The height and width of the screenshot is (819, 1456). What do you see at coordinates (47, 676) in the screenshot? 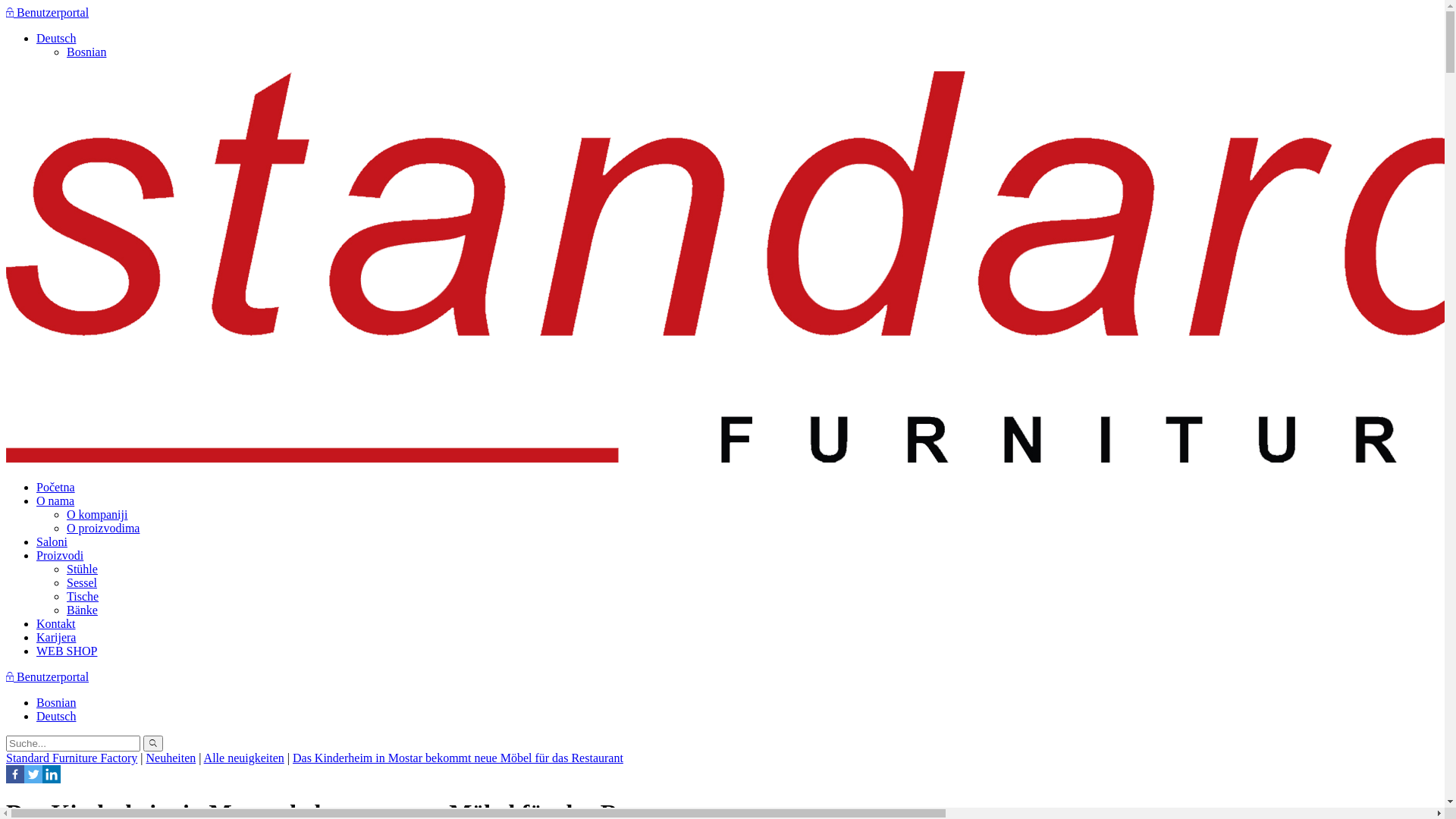
I see `'Benutzerportal'` at bounding box center [47, 676].